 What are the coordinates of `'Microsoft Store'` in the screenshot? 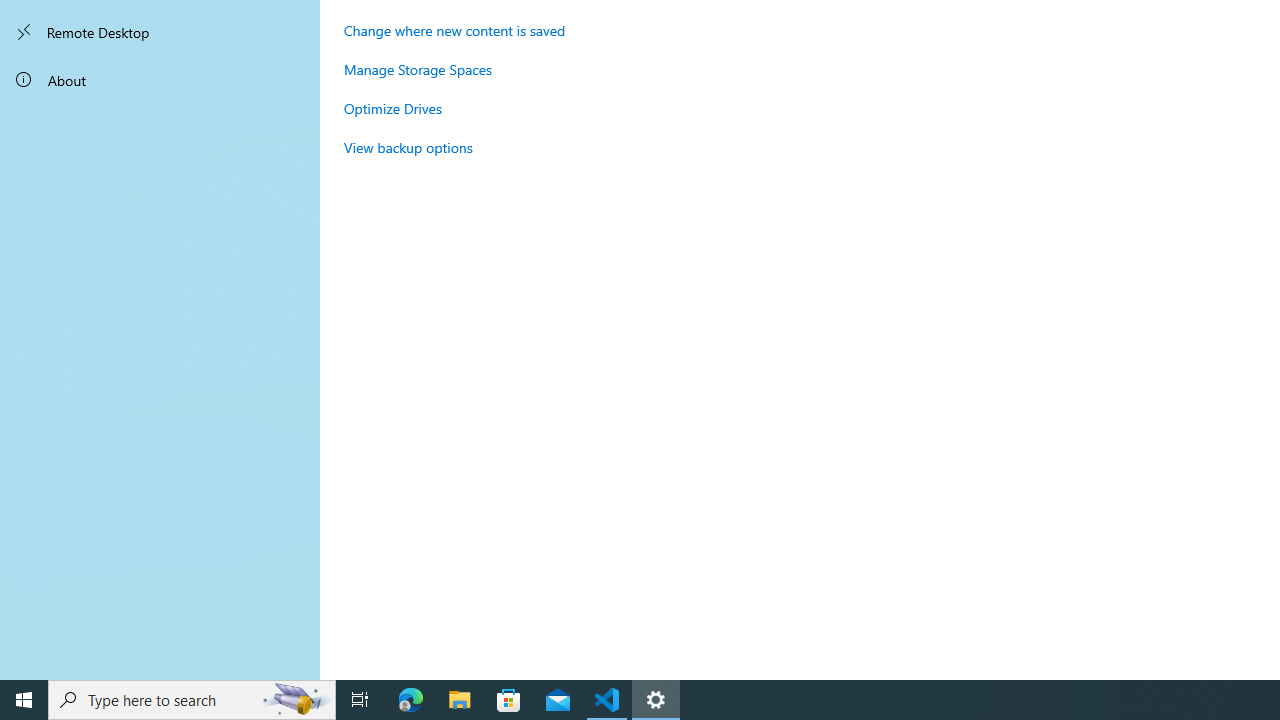 It's located at (509, 698).